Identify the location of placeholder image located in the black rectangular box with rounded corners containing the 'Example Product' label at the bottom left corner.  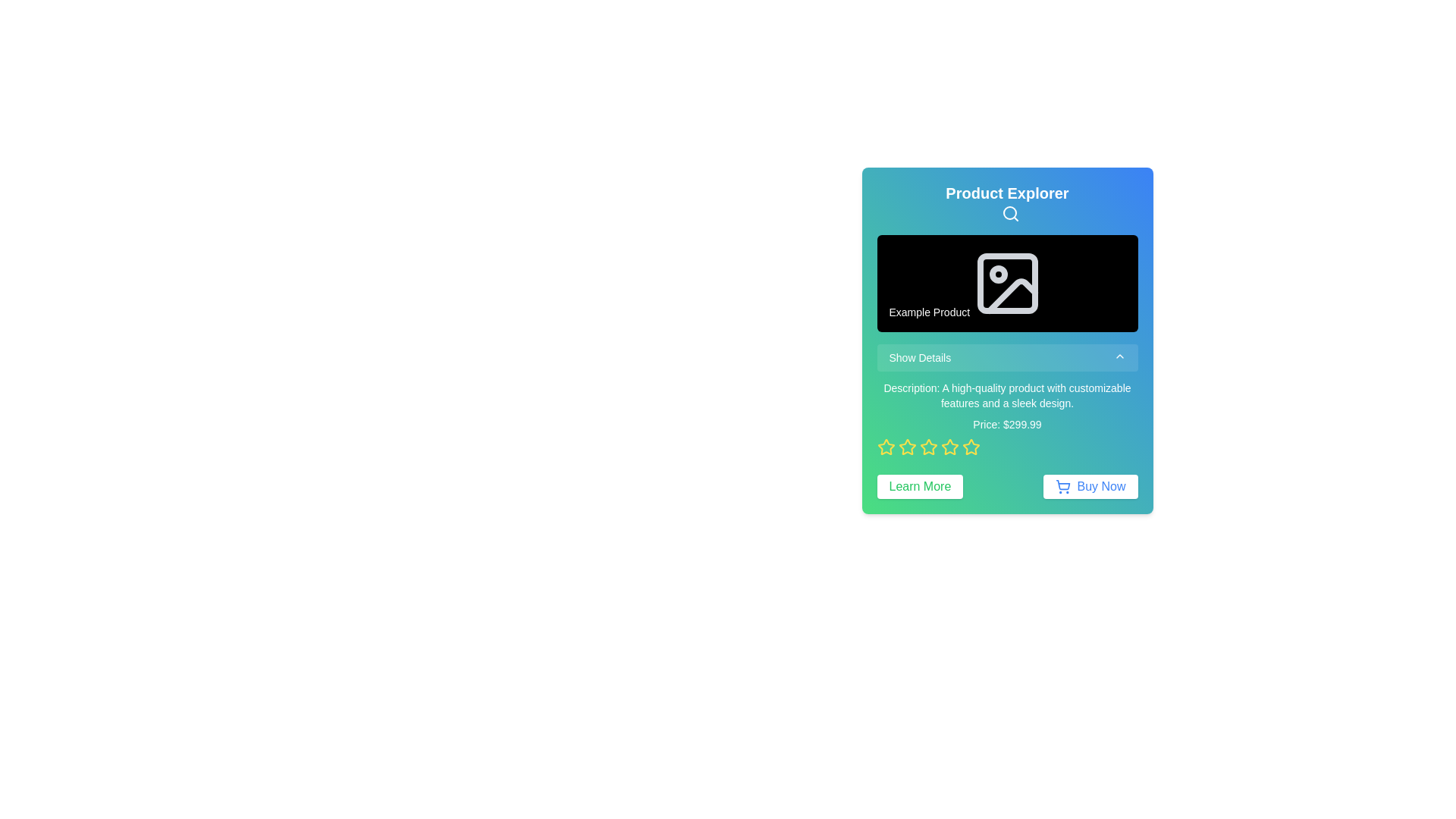
(1007, 283).